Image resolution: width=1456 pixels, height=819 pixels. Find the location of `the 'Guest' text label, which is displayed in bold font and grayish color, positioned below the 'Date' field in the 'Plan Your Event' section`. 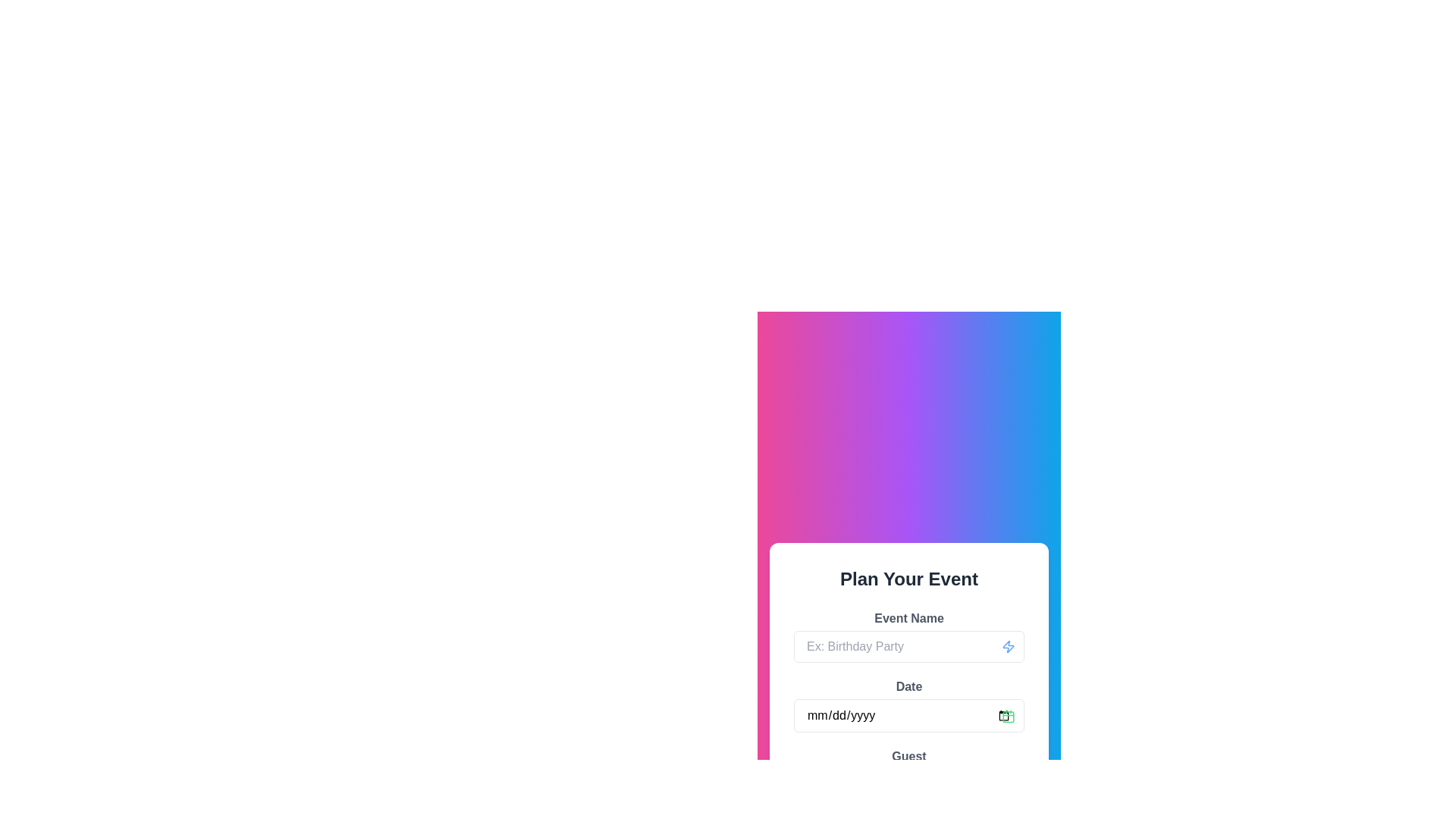

the 'Guest' text label, which is displayed in bold font and grayish color, positioned below the 'Date' field in the 'Plan Your Event' section is located at coordinates (909, 755).